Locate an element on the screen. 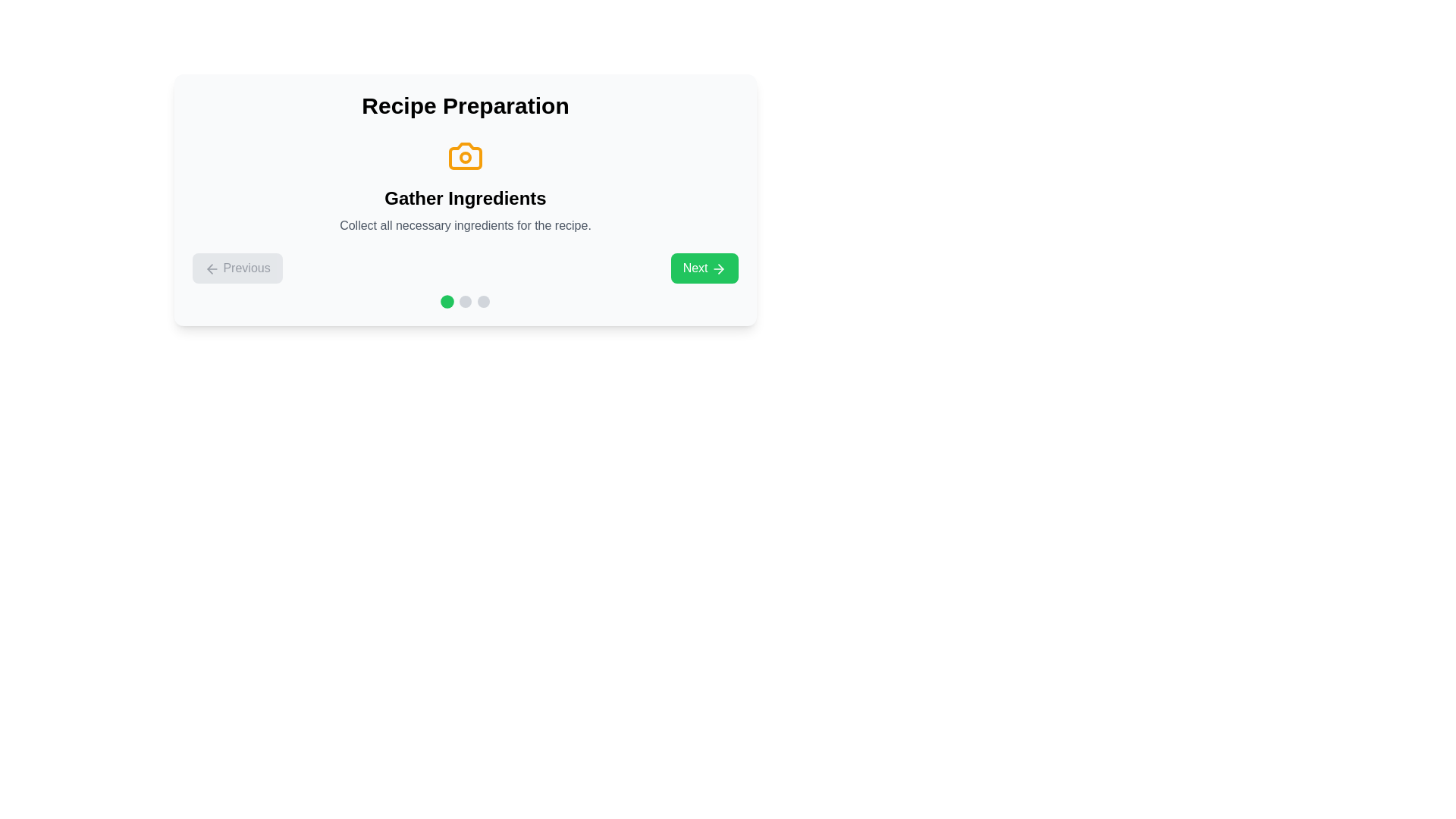  the second circular page indicator located between a green-selected circle and a gray circle at the bottom center of the page is located at coordinates (465, 301).